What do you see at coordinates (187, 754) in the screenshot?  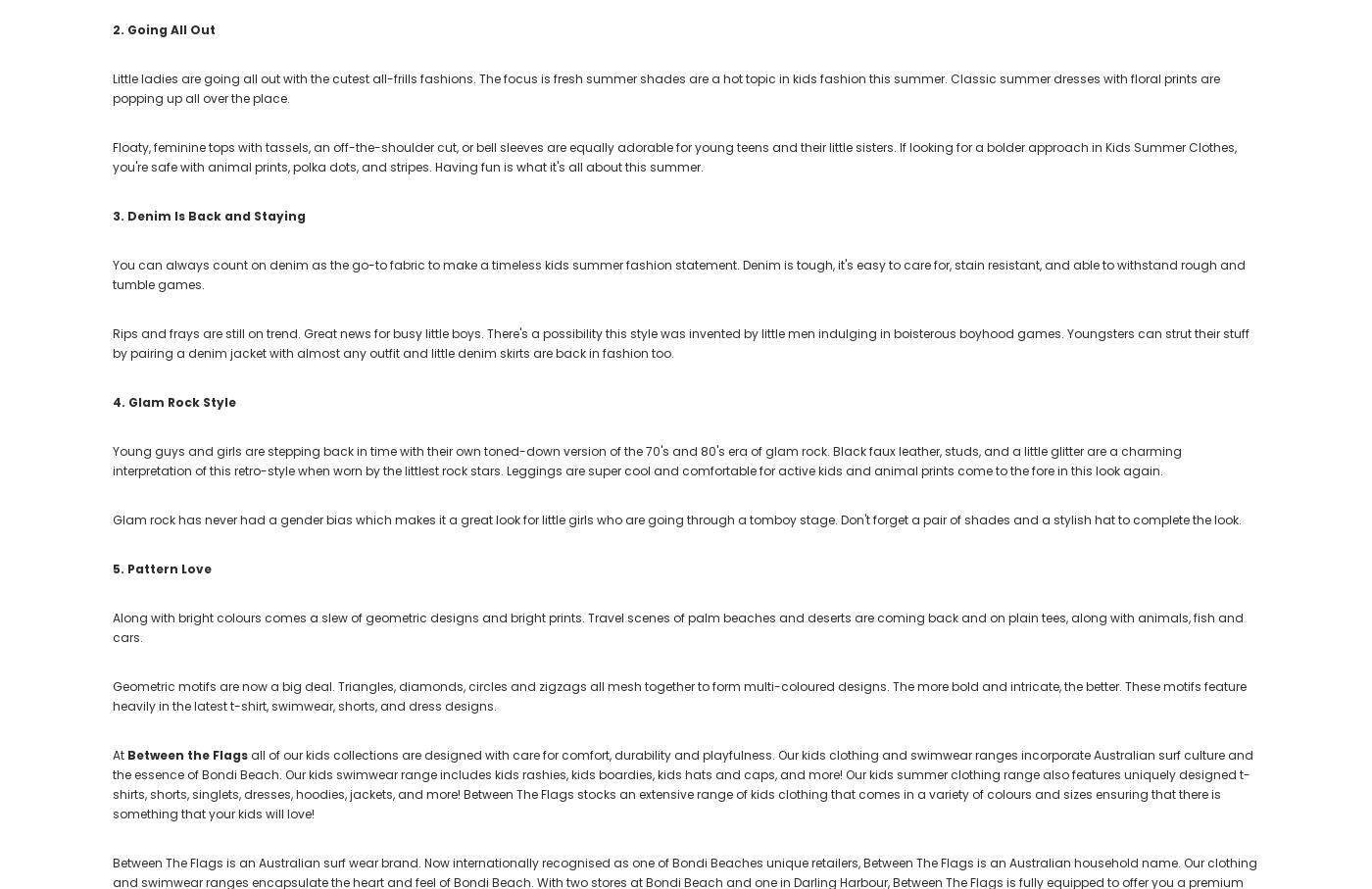 I see `'Between the Flags'` at bounding box center [187, 754].